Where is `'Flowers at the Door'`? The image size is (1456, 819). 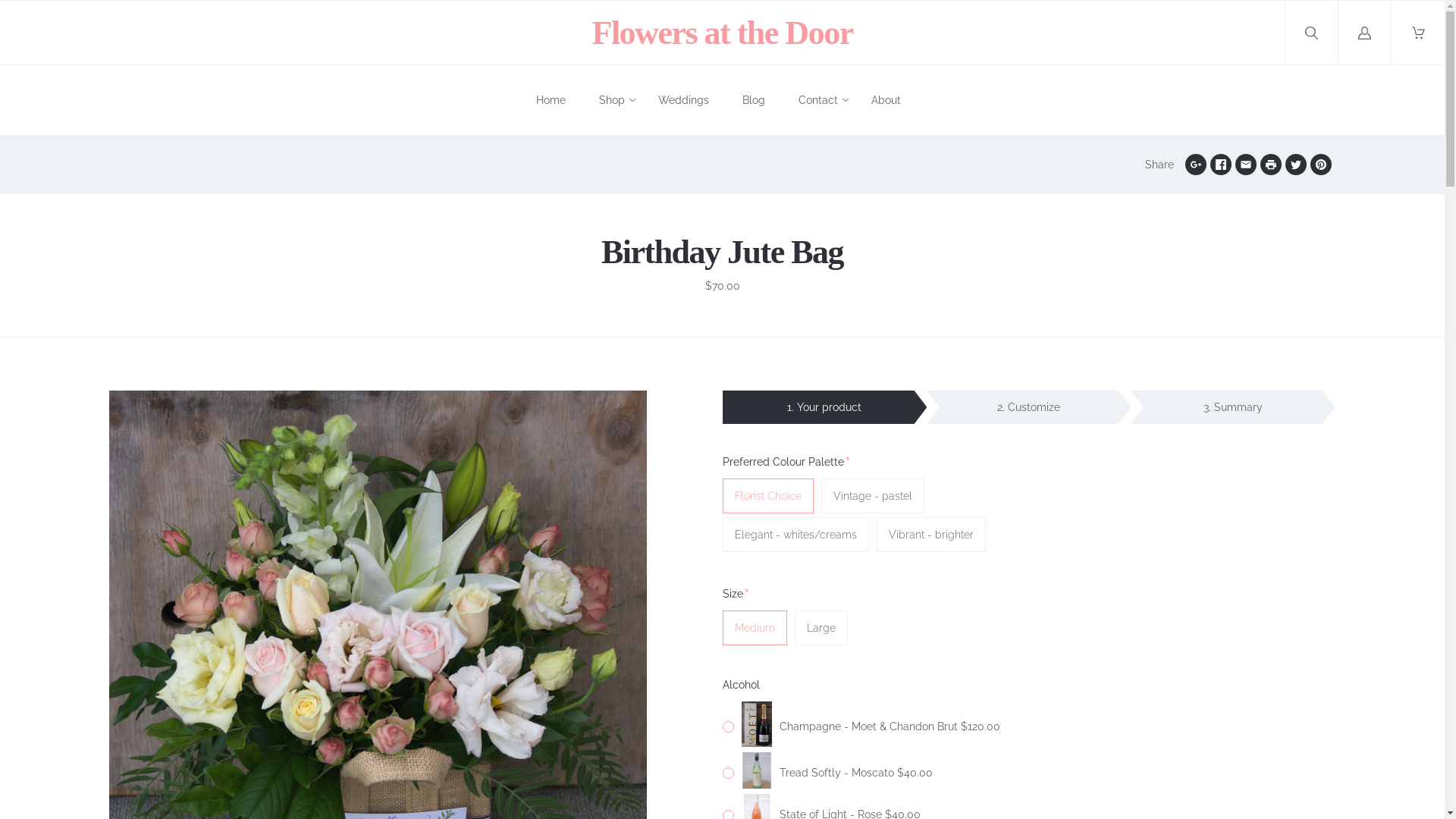
'Flowers at the Door' is located at coordinates (720, 32).